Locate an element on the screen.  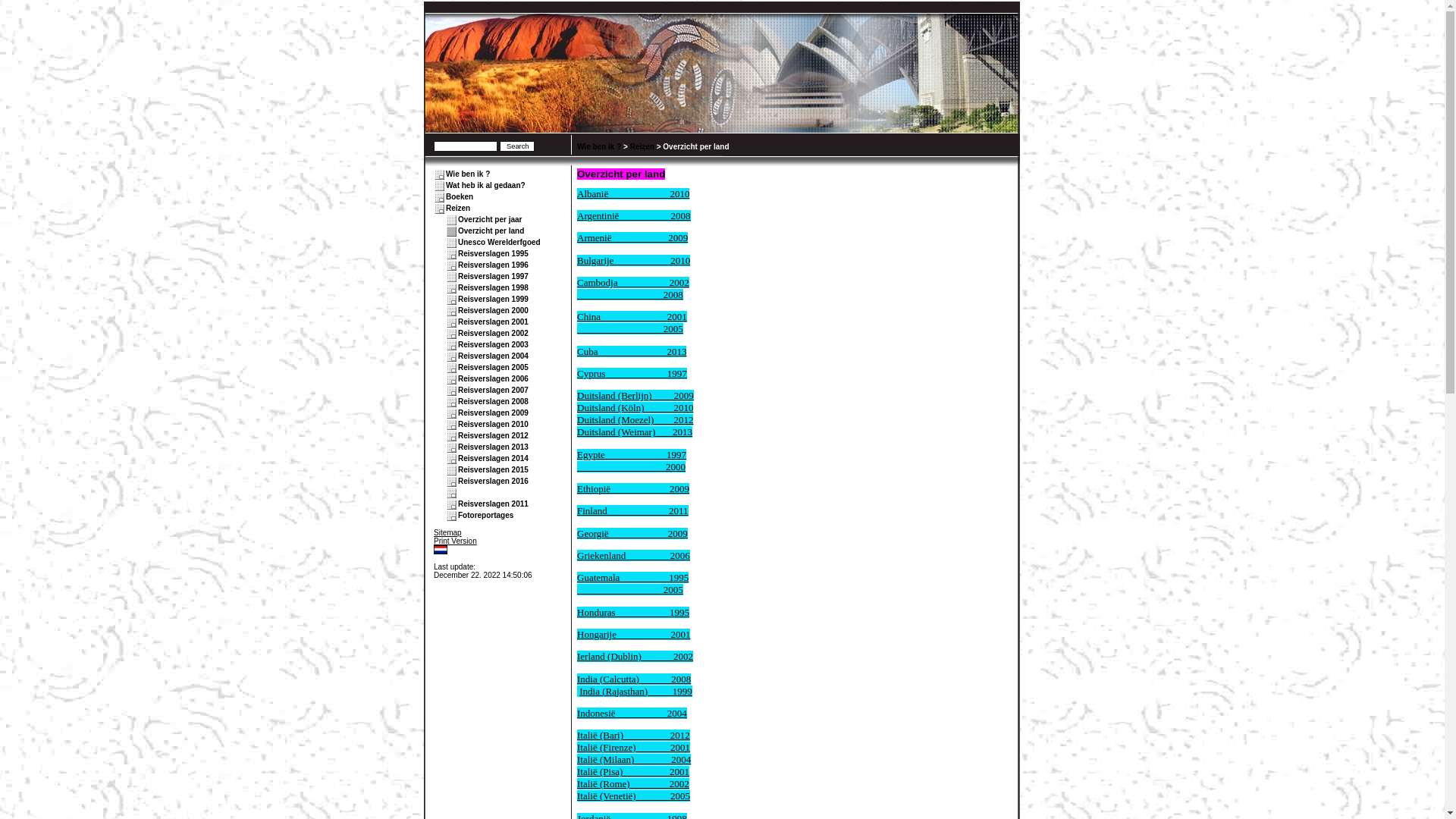
'Print Version' is located at coordinates (454, 540).